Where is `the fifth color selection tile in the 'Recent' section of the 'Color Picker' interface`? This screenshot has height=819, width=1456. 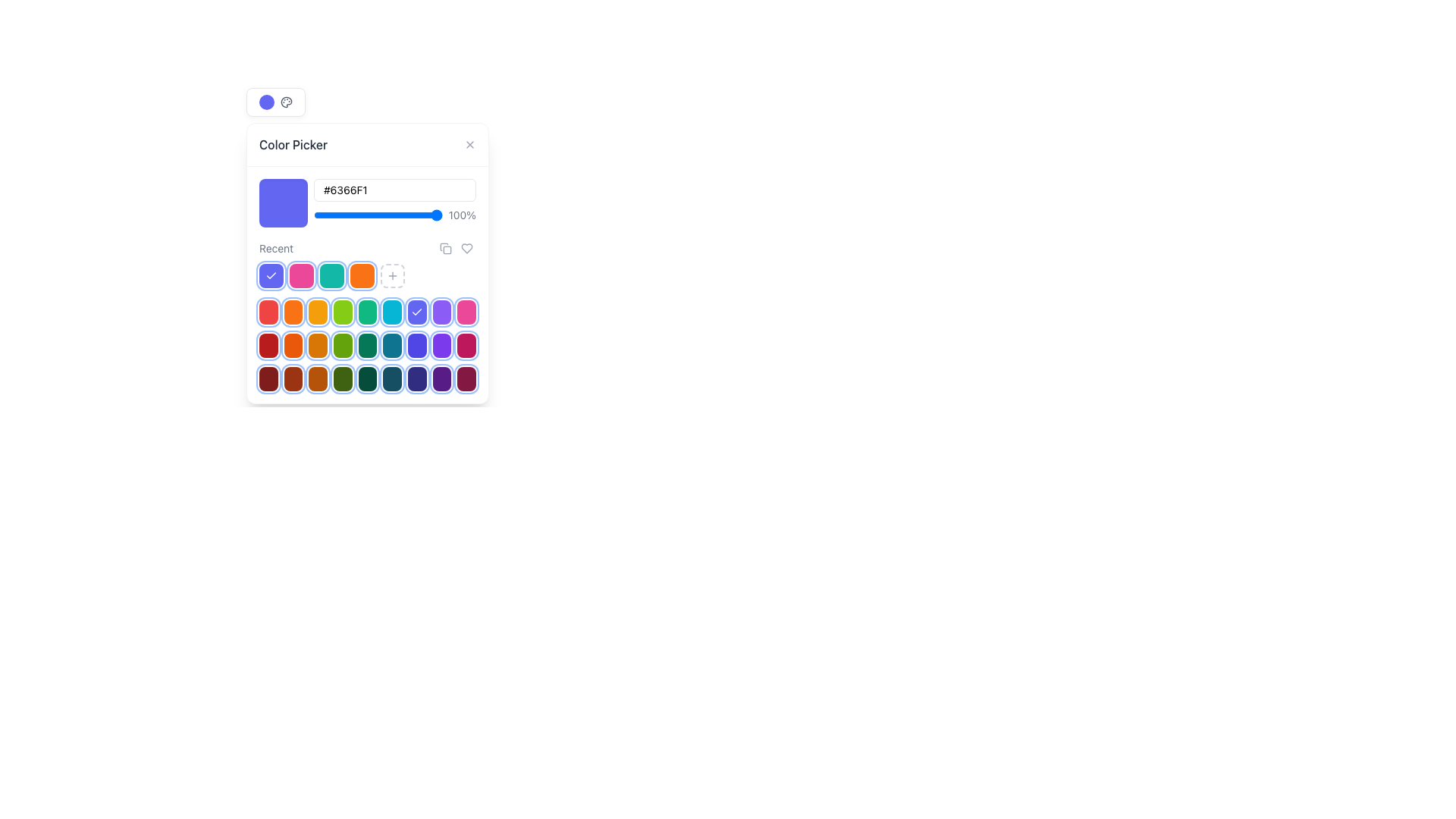 the fifth color selection tile in the 'Recent' section of the 'Color Picker' interface is located at coordinates (367, 275).